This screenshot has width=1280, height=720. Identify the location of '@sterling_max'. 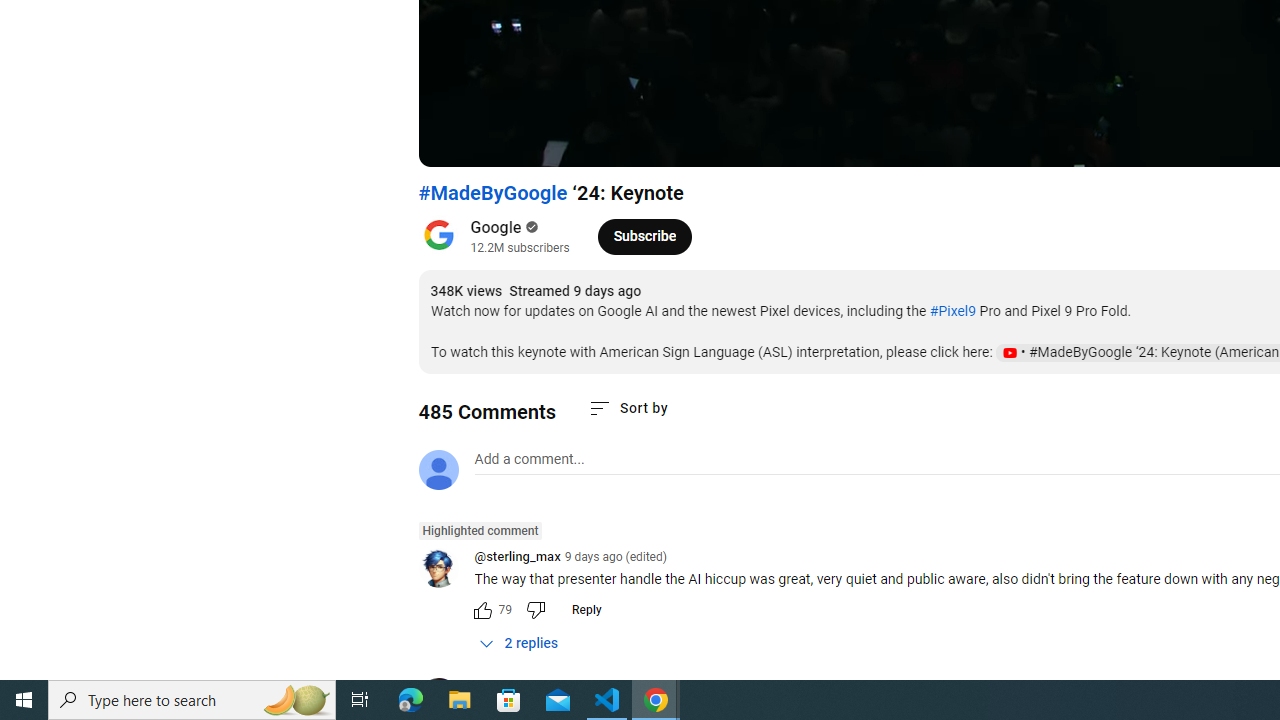
(517, 558).